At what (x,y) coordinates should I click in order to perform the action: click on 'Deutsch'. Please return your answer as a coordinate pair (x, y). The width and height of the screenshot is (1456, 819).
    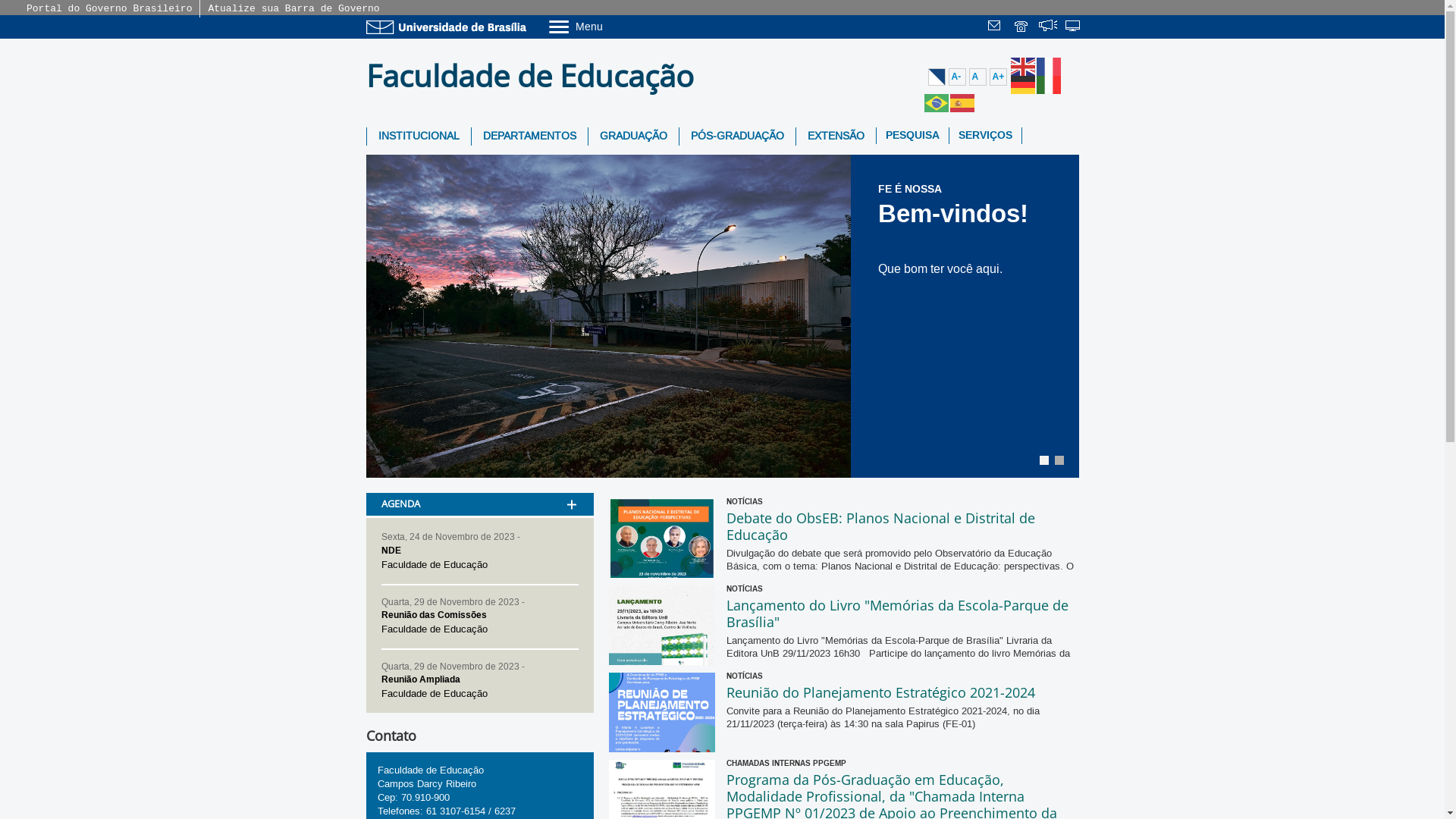
    Looking at the image, I should click on (1022, 84).